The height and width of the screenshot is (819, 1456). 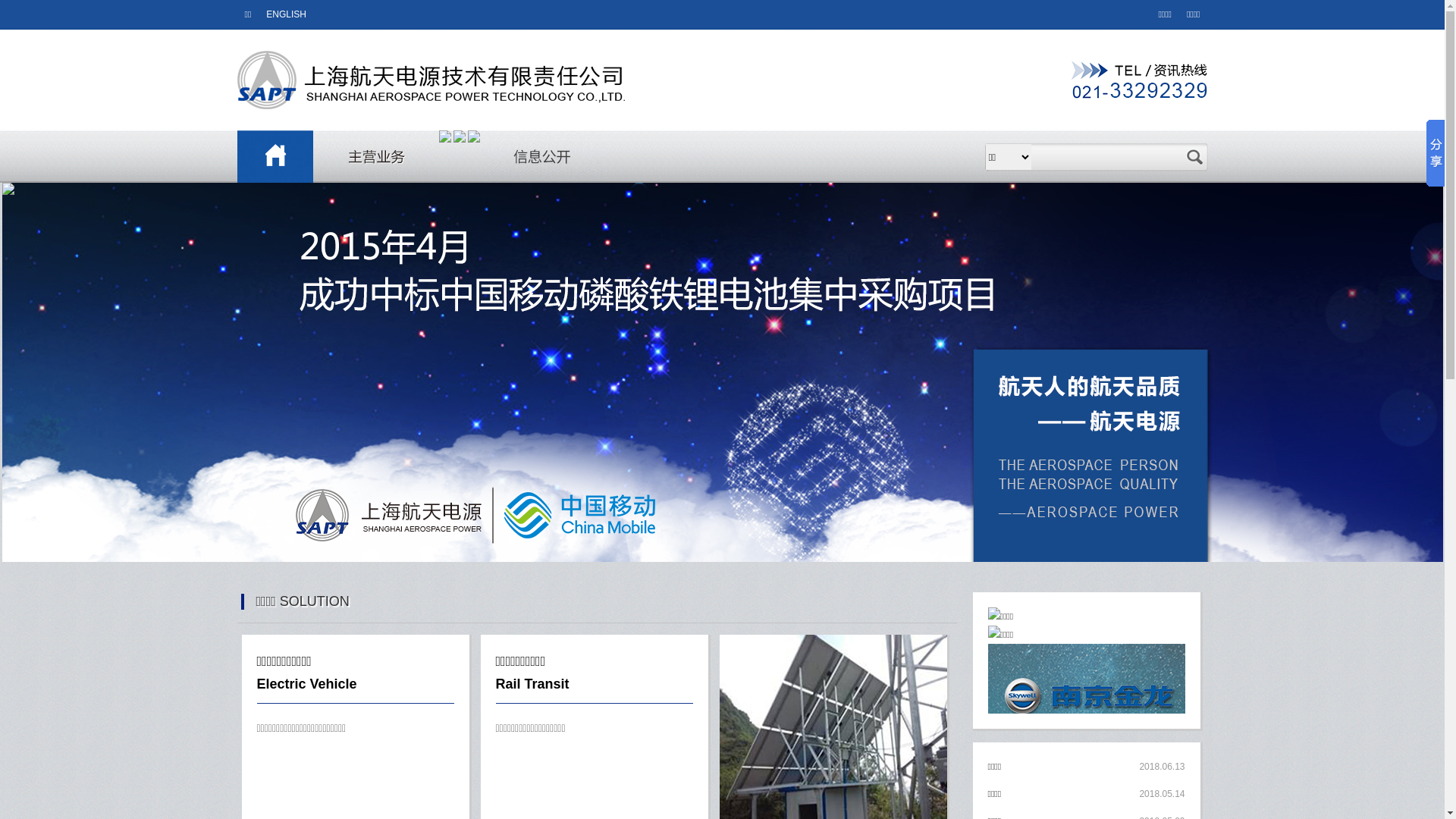 I want to click on 'ENGLISH', so click(x=286, y=14).